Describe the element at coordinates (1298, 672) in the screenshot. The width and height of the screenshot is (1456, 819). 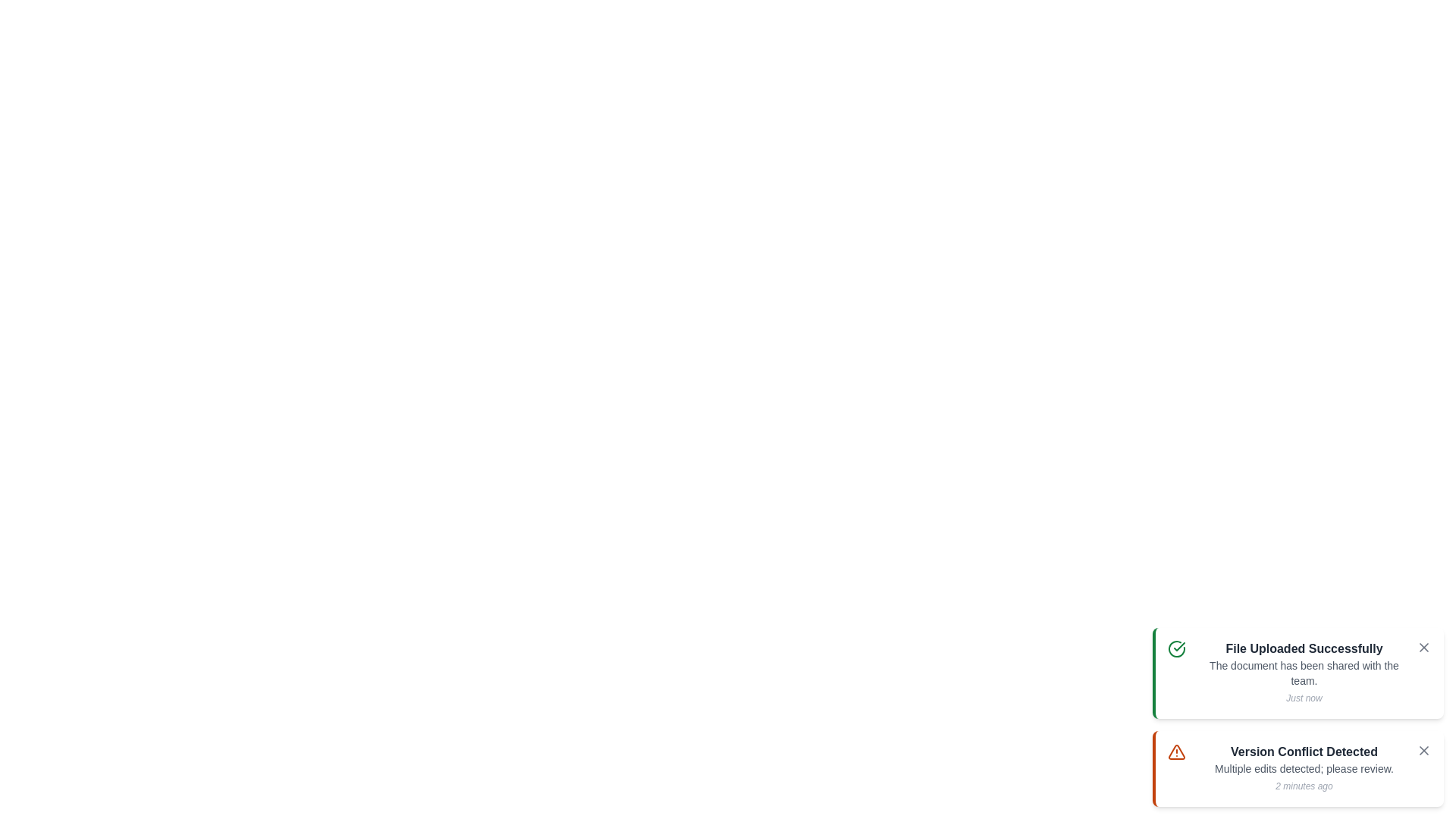
I see `the notification element to display its tooltip or trigger interaction` at that location.